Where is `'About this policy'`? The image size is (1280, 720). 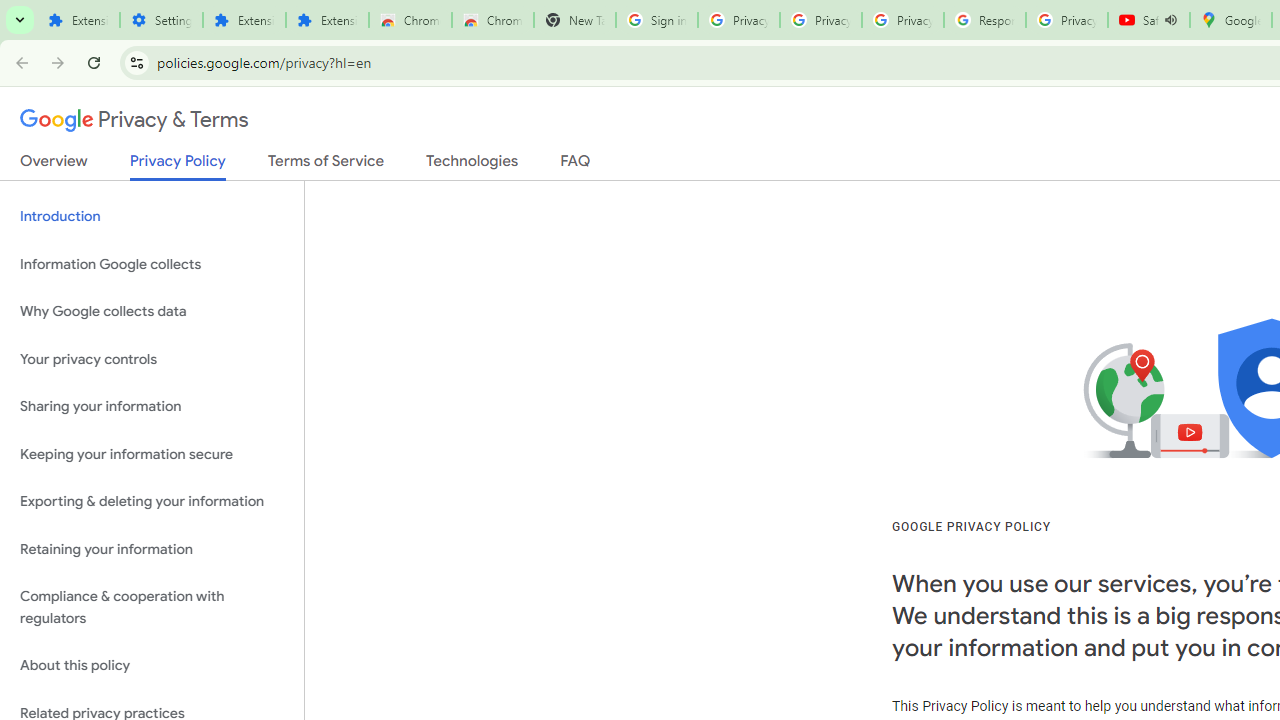 'About this policy' is located at coordinates (151, 666).